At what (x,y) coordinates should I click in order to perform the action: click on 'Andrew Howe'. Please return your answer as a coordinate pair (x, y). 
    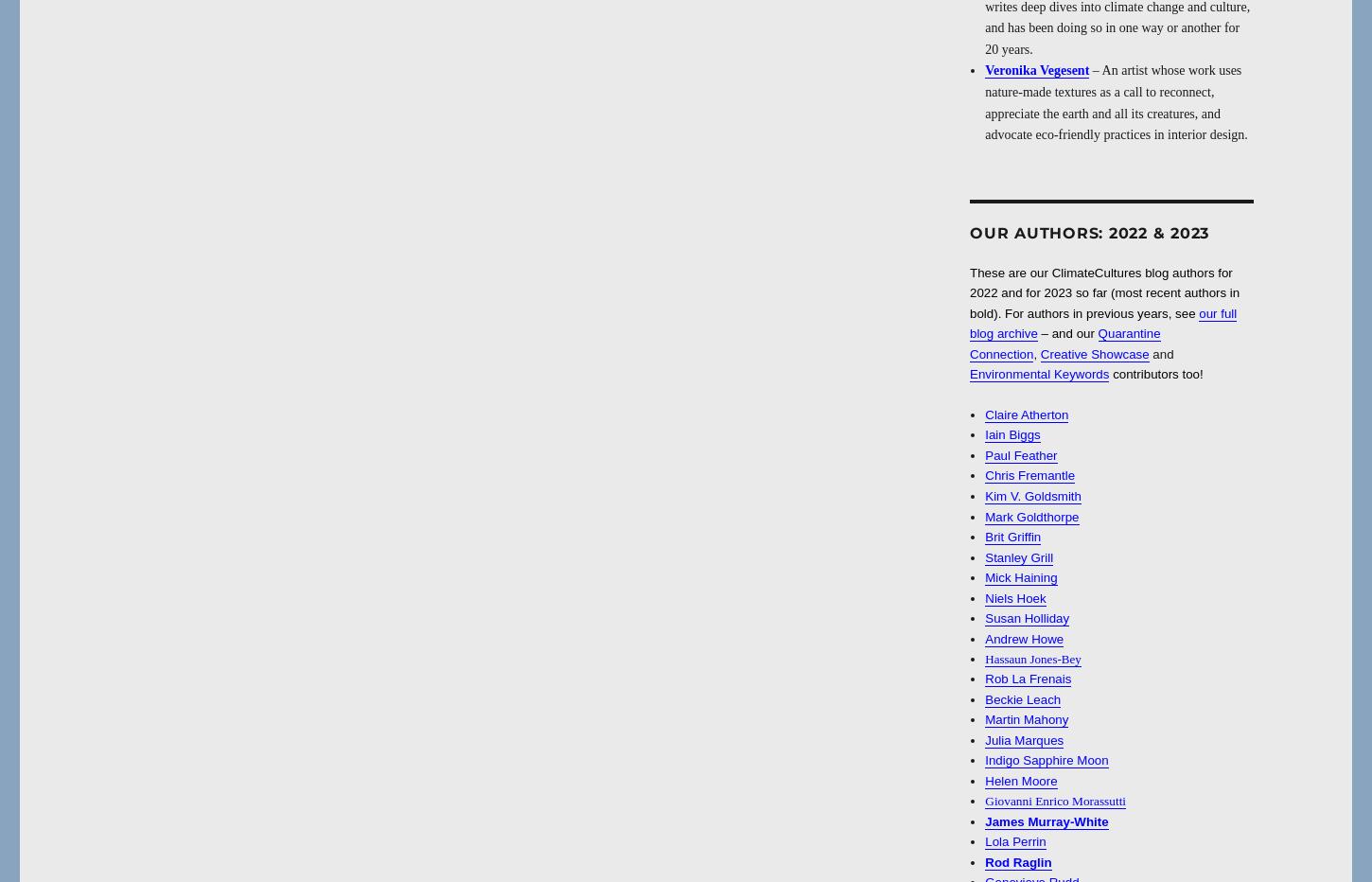
    Looking at the image, I should click on (984, 638).